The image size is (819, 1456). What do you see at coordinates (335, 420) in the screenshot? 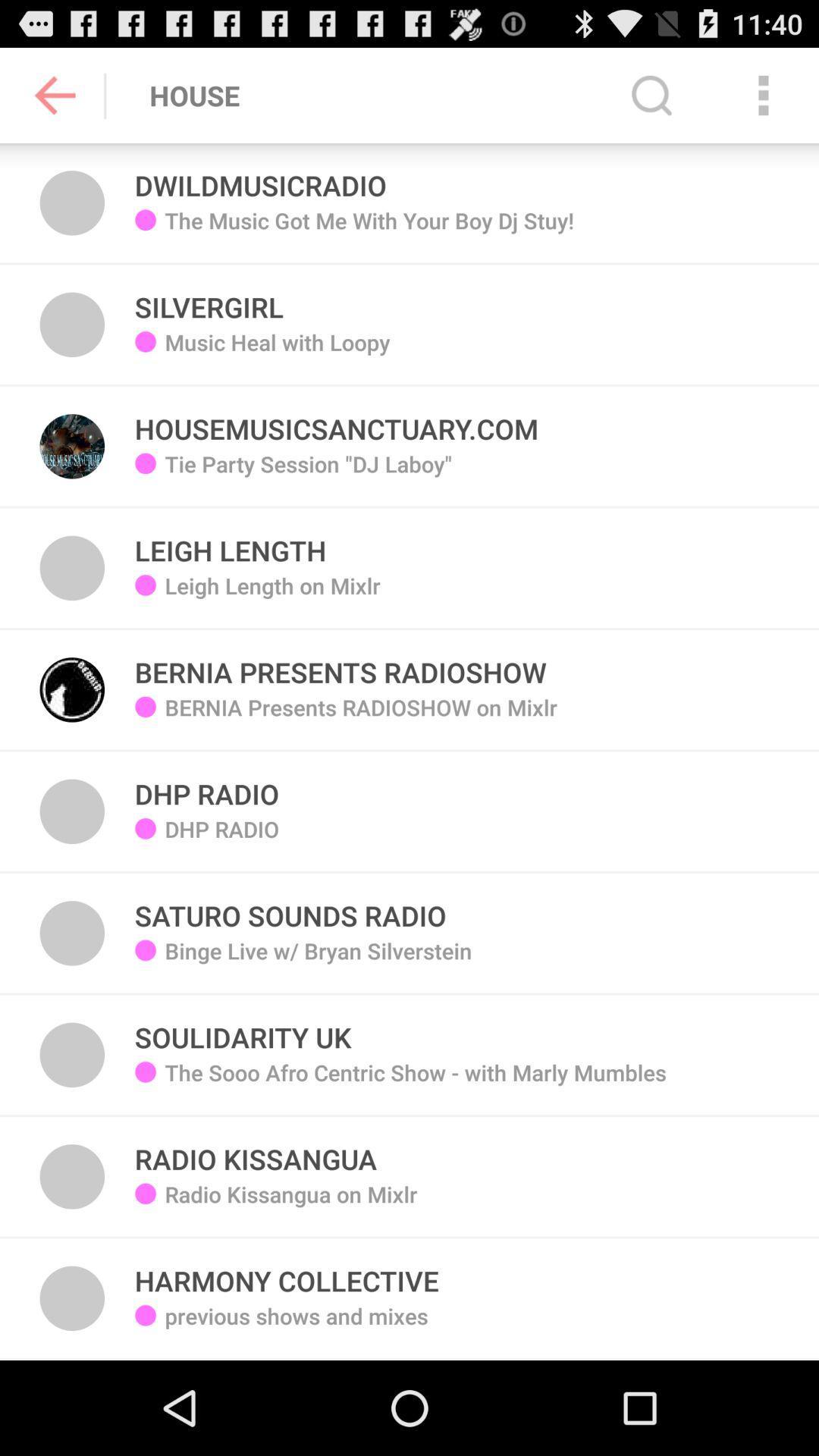
I see `icon below music heal with` at bounding box center [335, 420].